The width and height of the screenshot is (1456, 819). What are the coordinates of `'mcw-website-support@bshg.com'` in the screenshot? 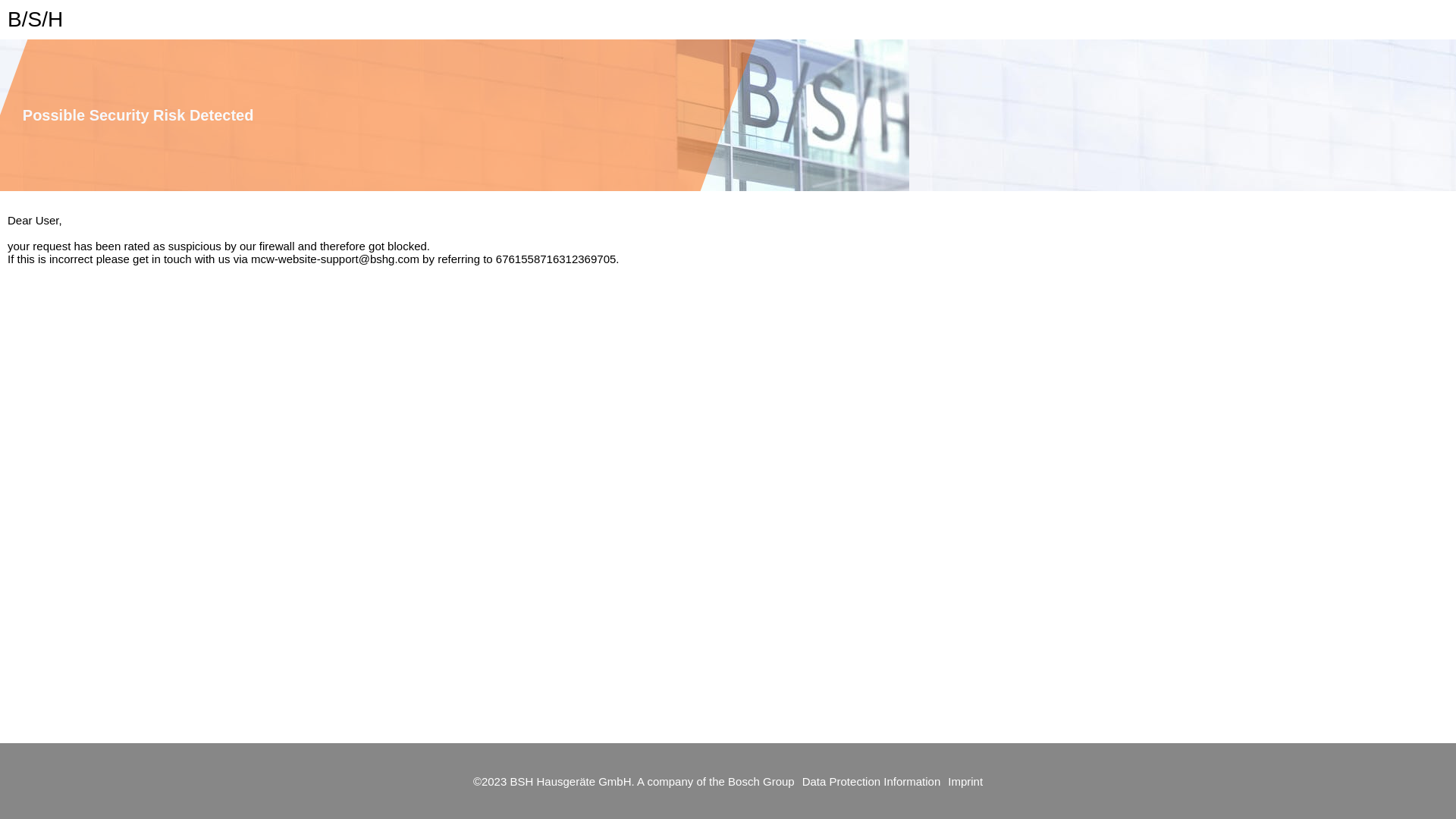 It's located at (334, 258).